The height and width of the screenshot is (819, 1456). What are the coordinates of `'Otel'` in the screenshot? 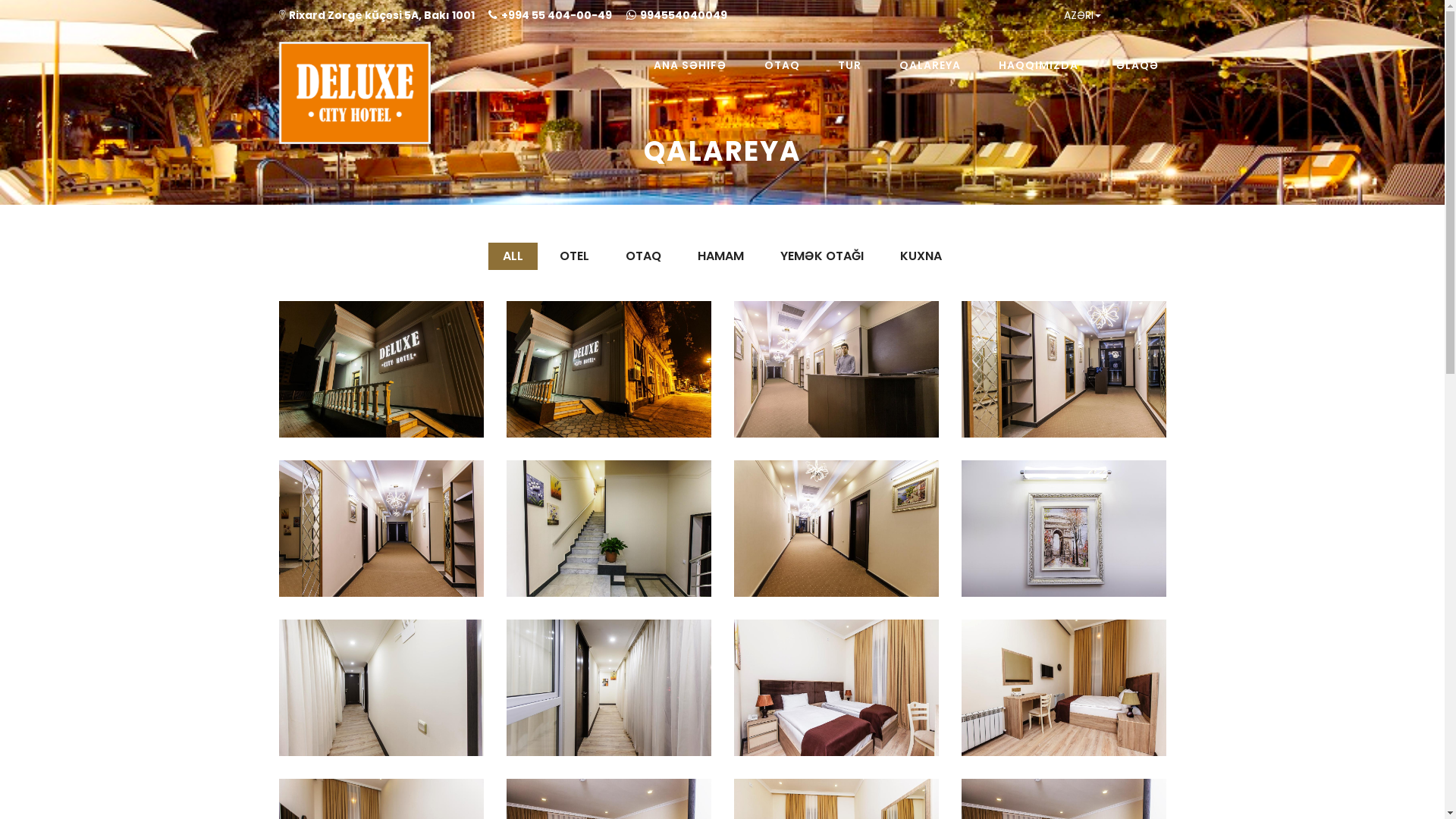 It's located at (381, 369).